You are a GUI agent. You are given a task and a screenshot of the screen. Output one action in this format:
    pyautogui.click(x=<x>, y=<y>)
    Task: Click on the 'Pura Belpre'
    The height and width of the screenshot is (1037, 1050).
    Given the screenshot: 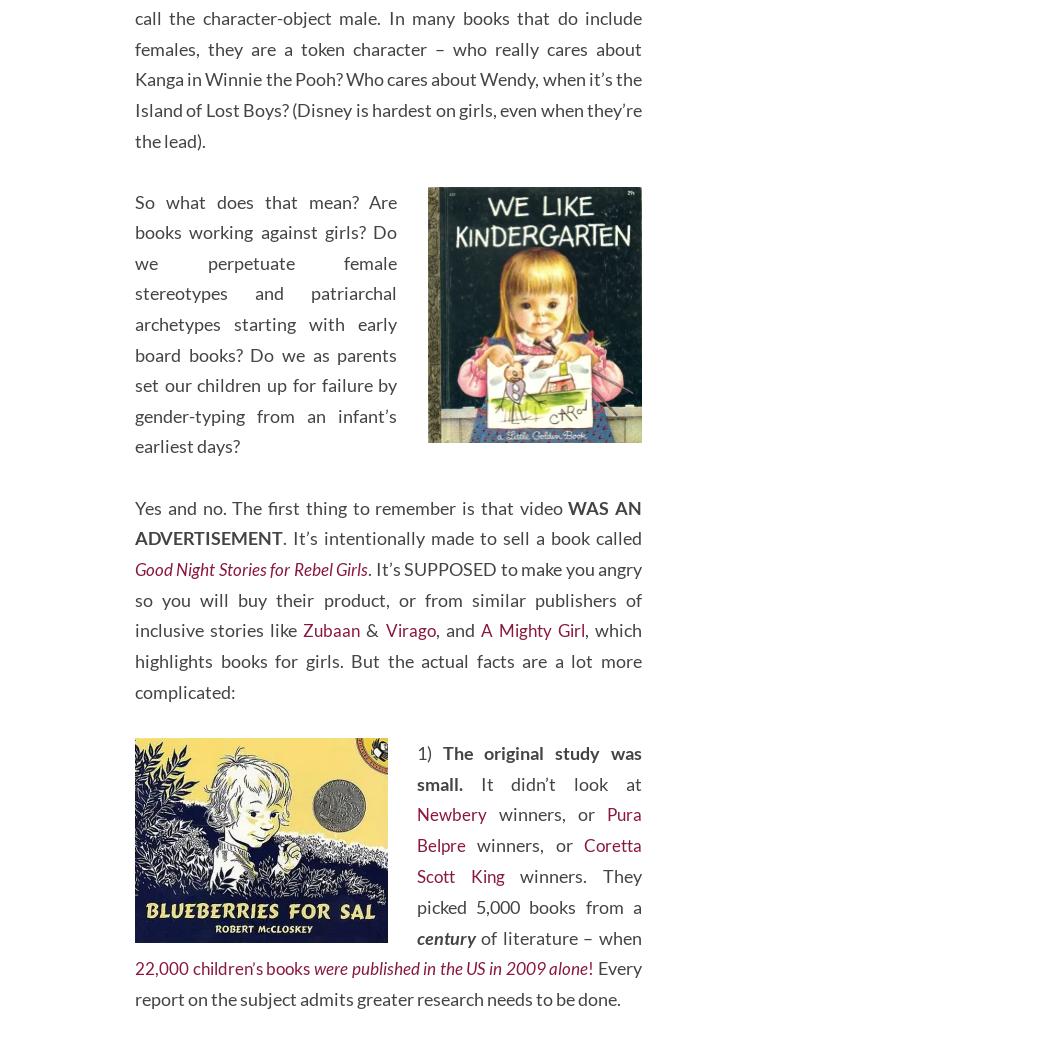 What is the action you would take?
    pyautogui.click(x=530, y=857)
    